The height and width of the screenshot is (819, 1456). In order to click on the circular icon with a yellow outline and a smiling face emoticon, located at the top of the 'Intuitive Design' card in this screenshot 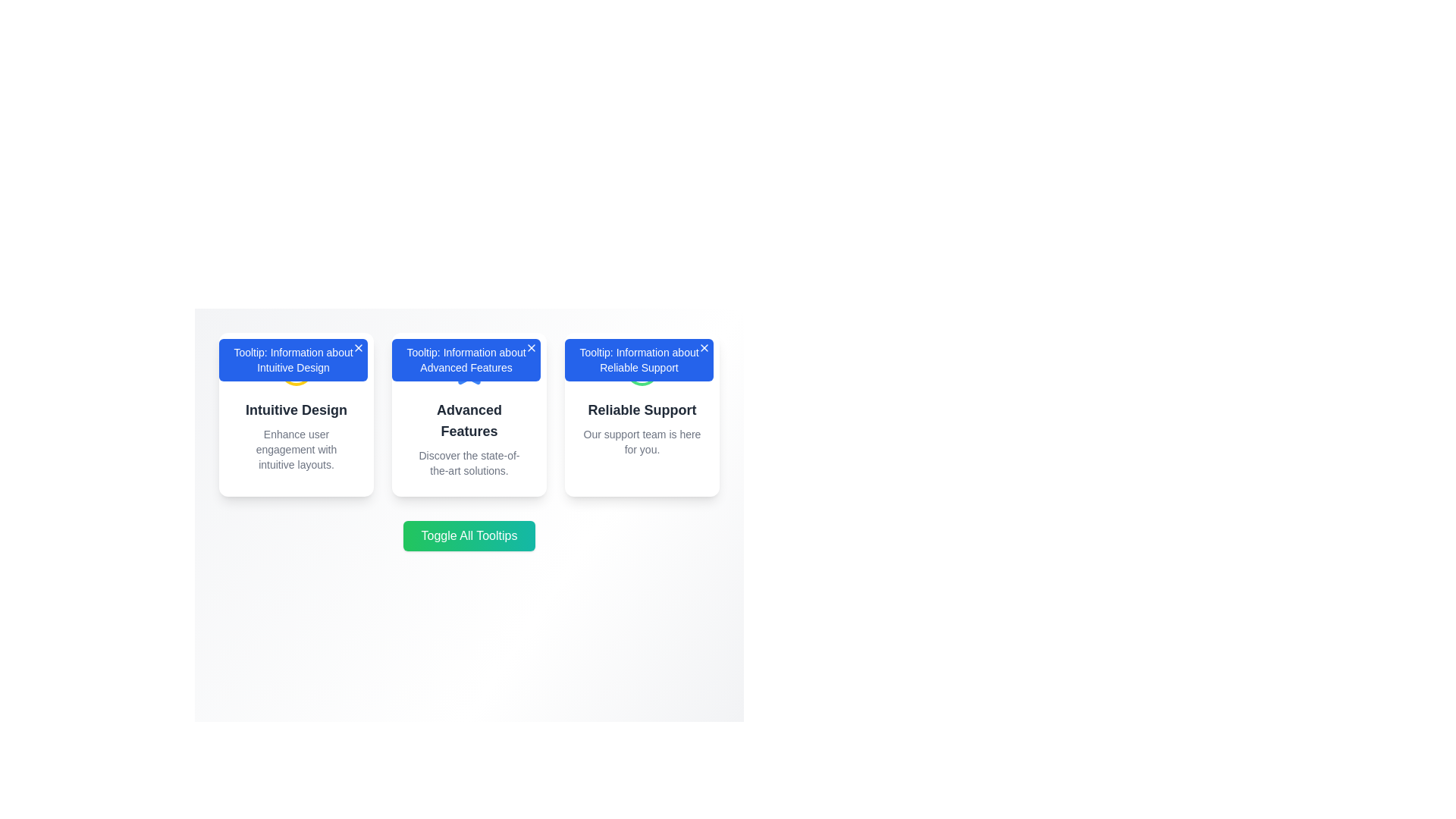, I will do `click(296, 369)`.